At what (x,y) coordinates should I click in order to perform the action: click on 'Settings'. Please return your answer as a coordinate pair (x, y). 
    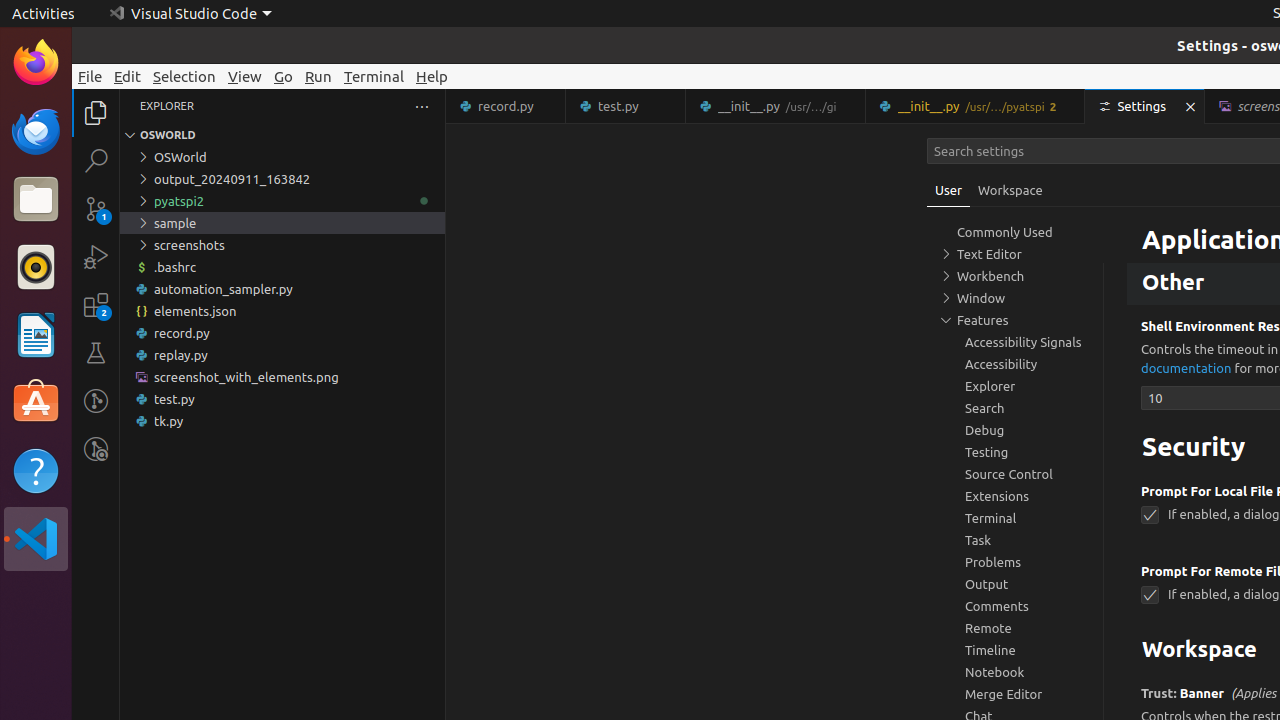
    Looking at the image, I should click on (1145, 106).